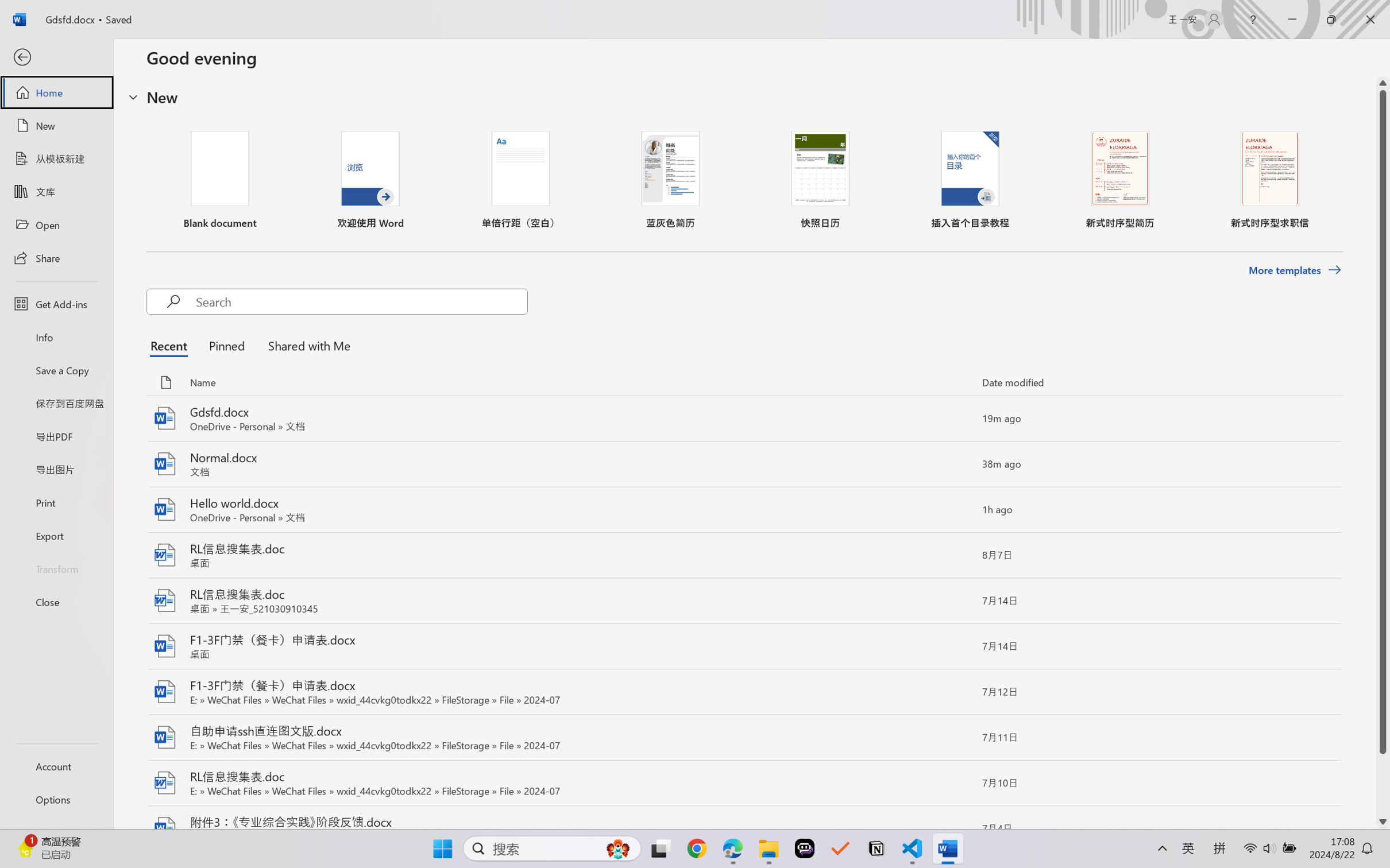 The width and height of the screenshot is (1390, 868). I want to click on 'Get Add-ins', so click(56, 303).